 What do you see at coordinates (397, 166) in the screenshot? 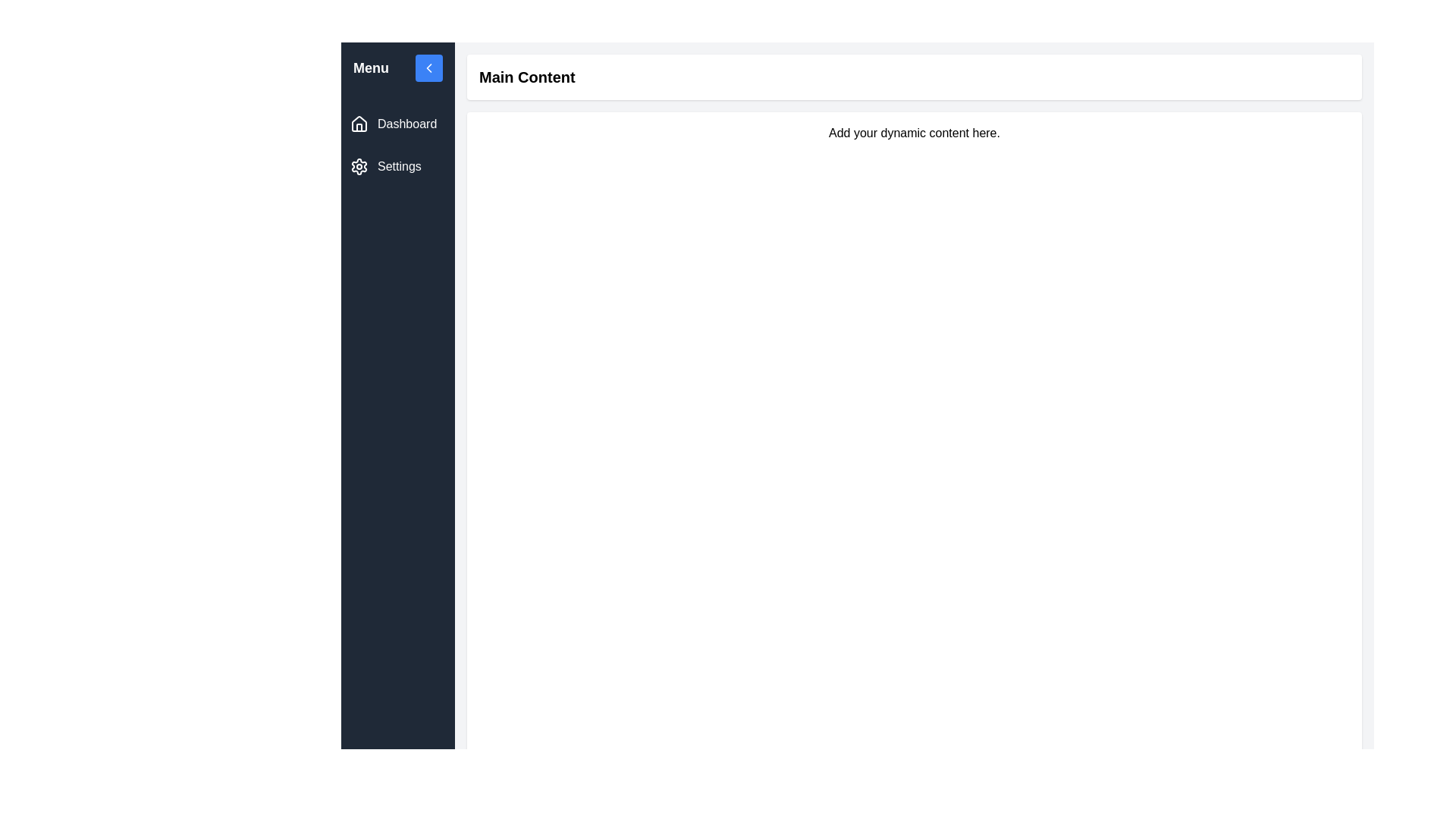
I see `the 'Settings' menu item in the interactive sidebar, which is identified by its white text and gear icon against a dark background` at bounding box center [397, 166].